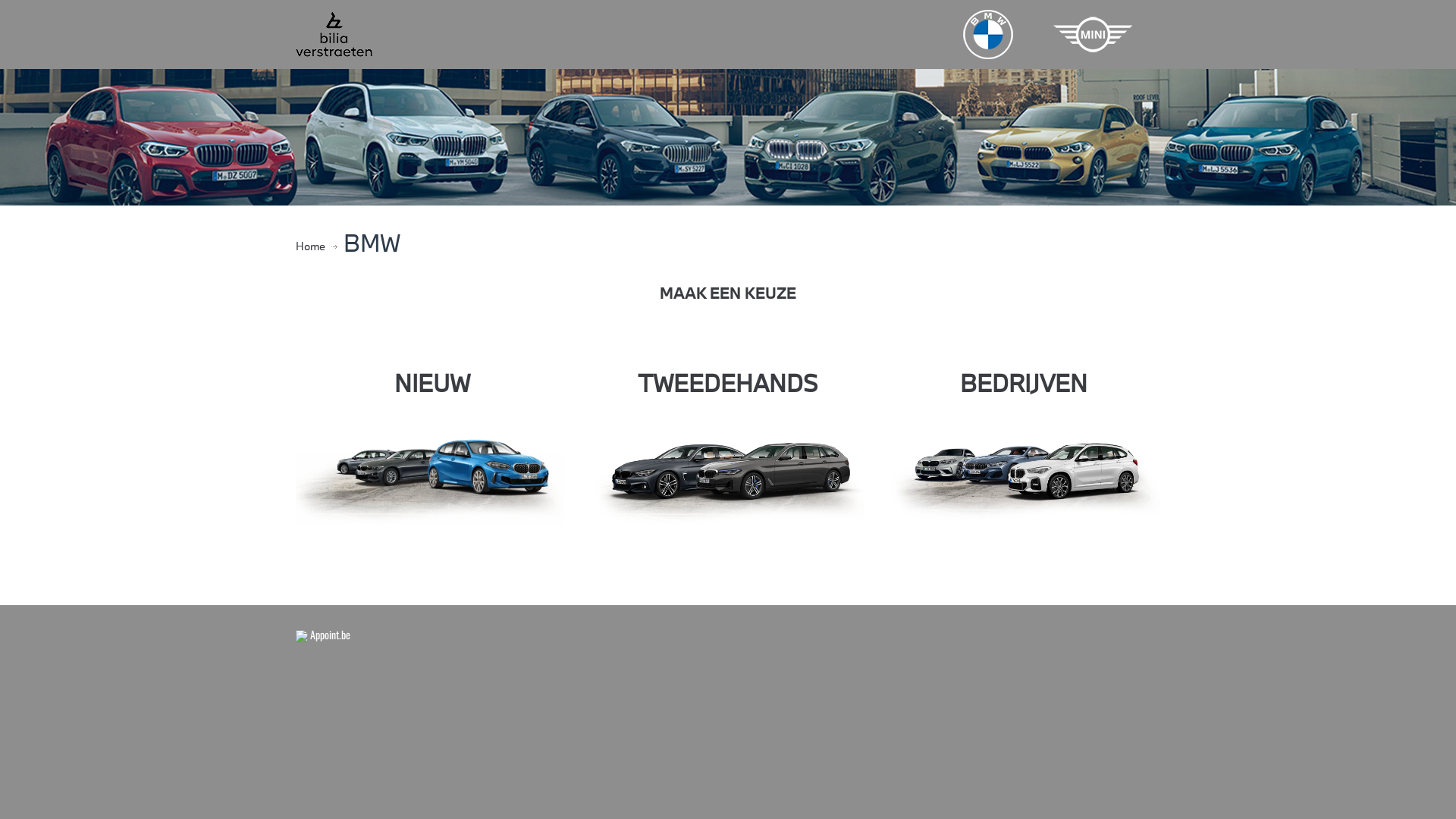 The width and height of the screenshot is (1456, 819). Describe the element at coordinates (322, 634) in the screenshot. I see `' Appoint.be'` at that location.